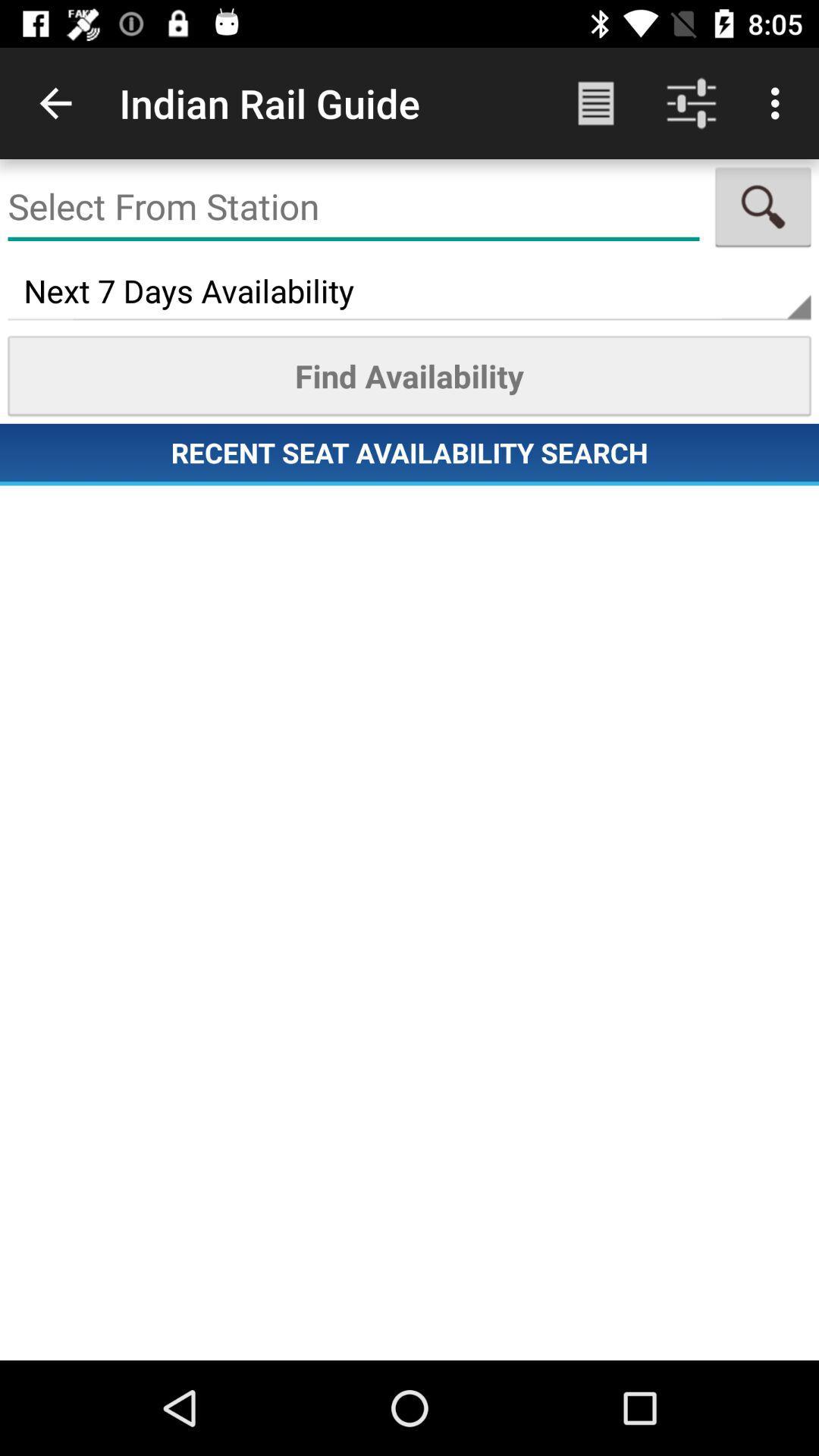 The width and height of the screenshot is (819, 1456). What do you see at coordinates (763, 206) in the screenshot?
I see `search option` at bounding box center [763, 206].